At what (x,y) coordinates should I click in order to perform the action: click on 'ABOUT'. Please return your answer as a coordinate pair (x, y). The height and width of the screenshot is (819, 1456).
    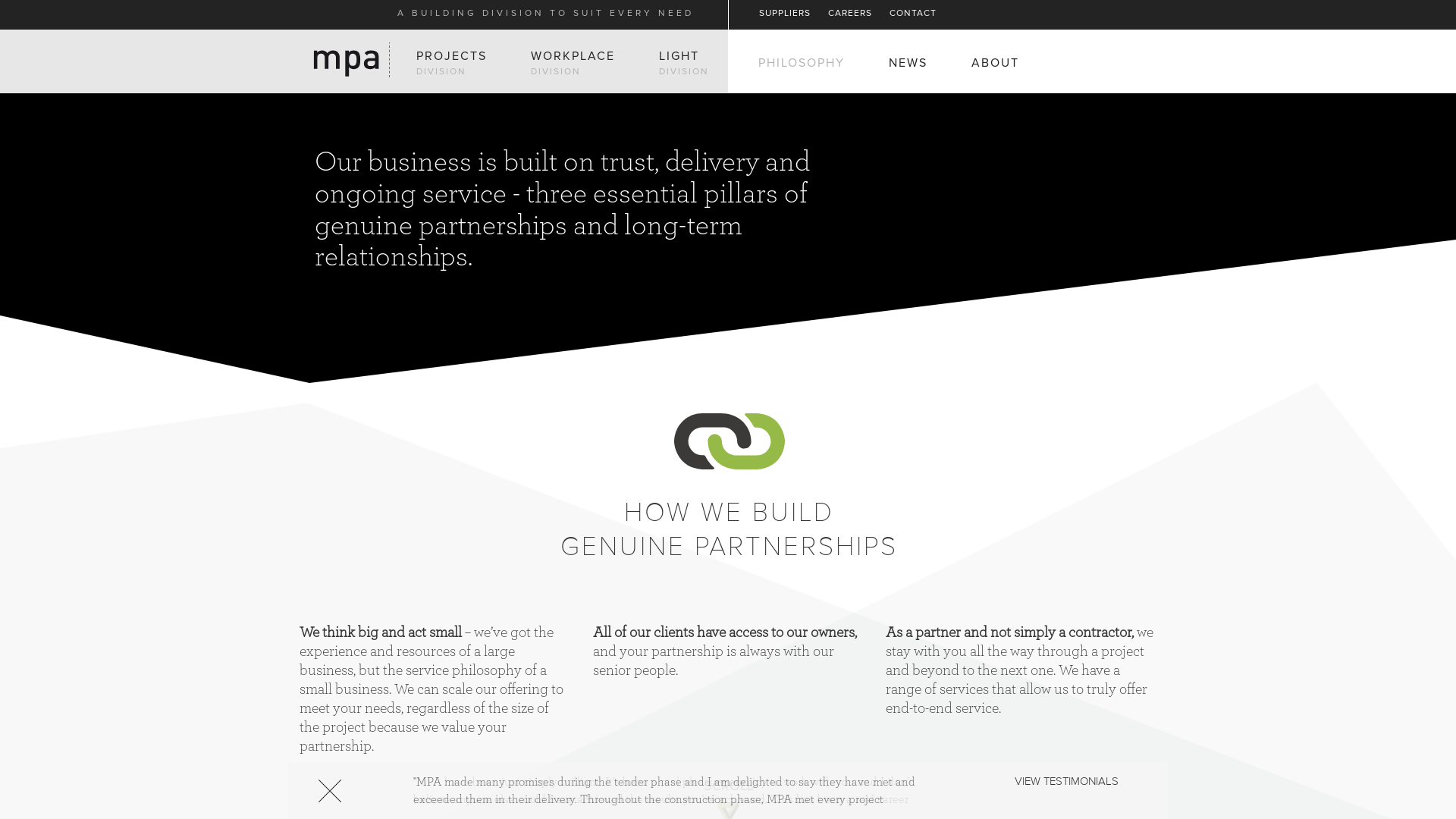
    Looking at the image, I should click on (995, 62).